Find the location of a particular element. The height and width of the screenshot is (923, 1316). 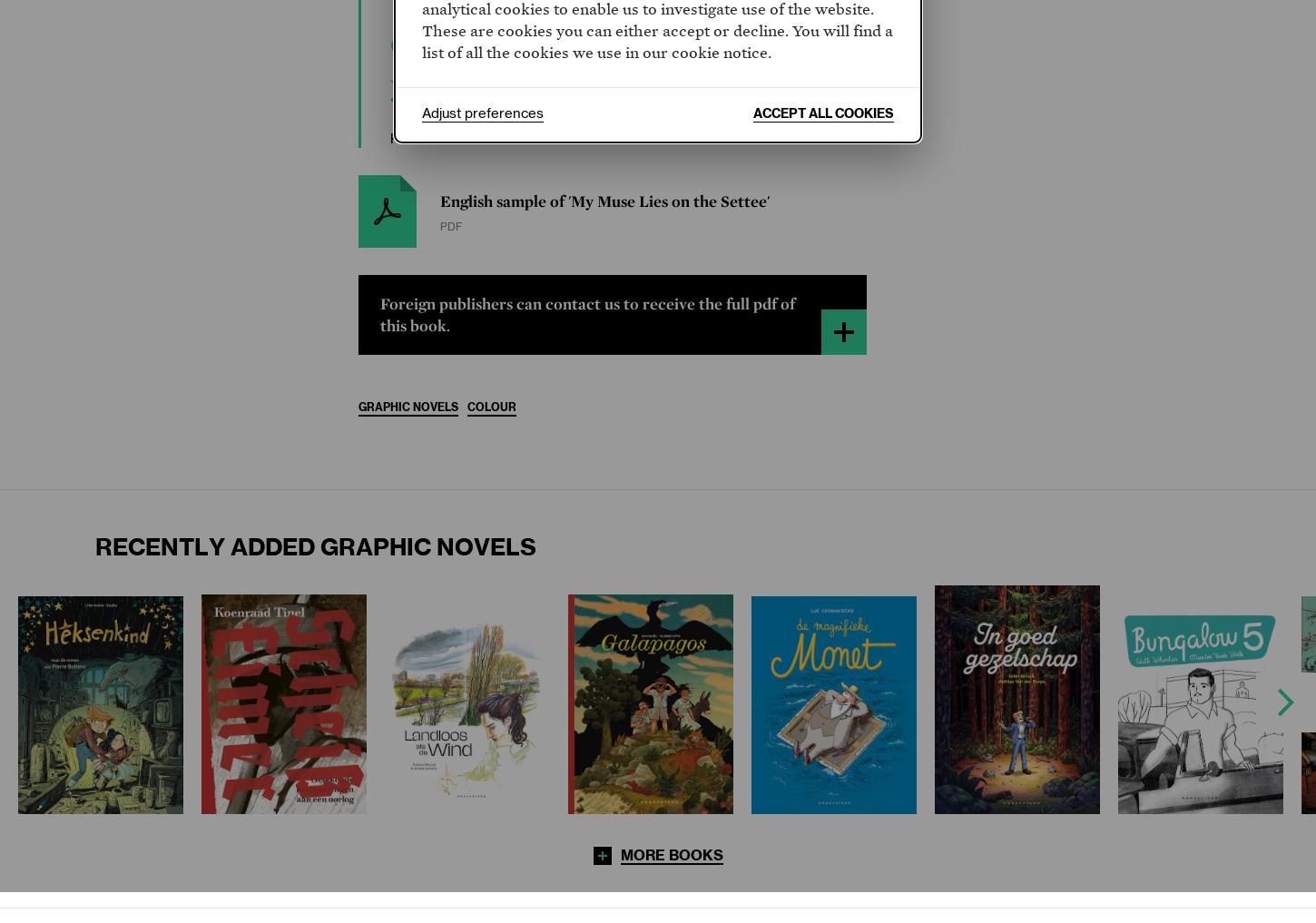

'Recently added Graphic Novels' is located at coordinates (316, 546).